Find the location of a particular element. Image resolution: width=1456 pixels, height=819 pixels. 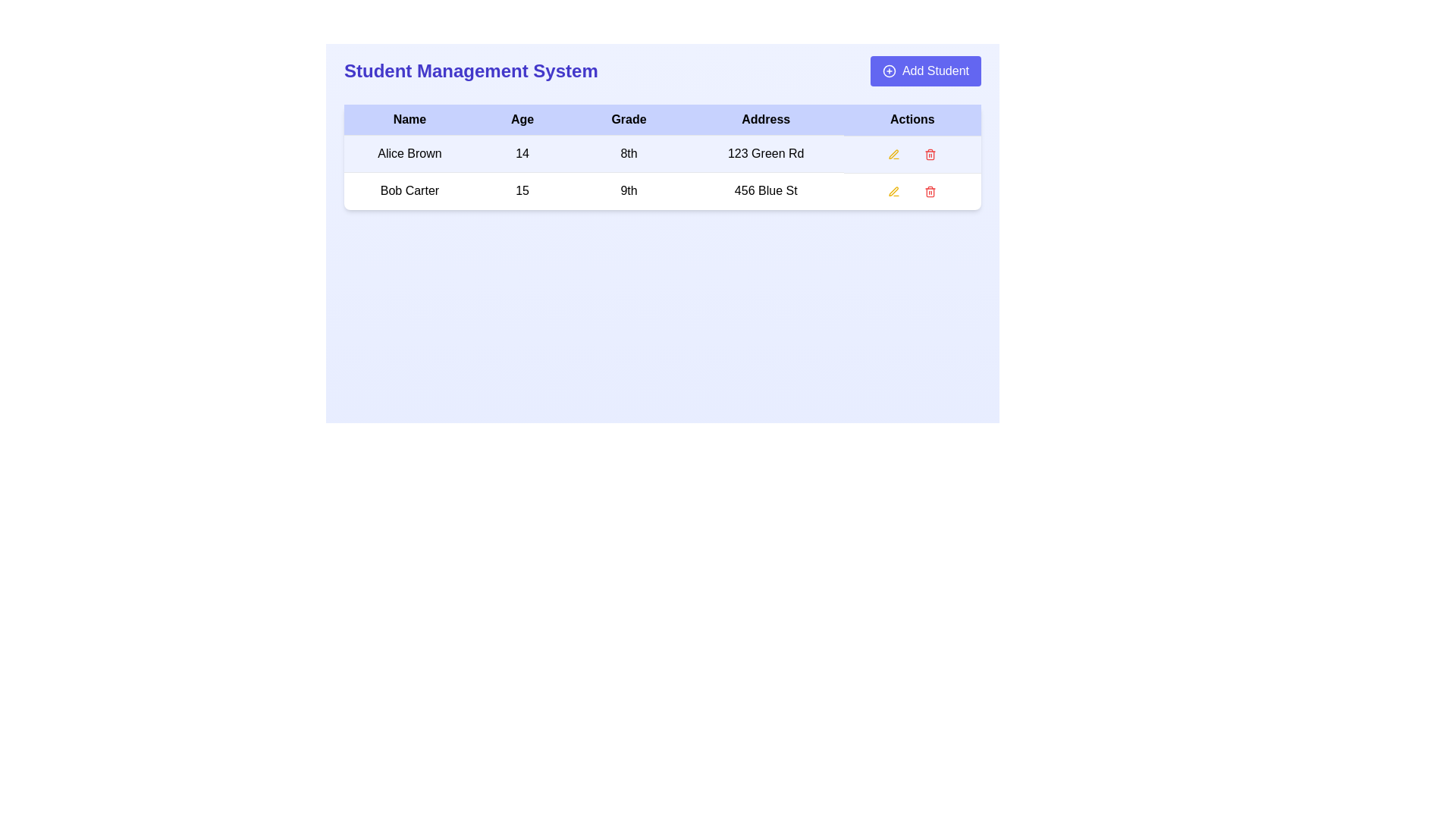

the address text label displaying '123 Green Rd' in the first row of the data table is located at coordinates (766, 154).